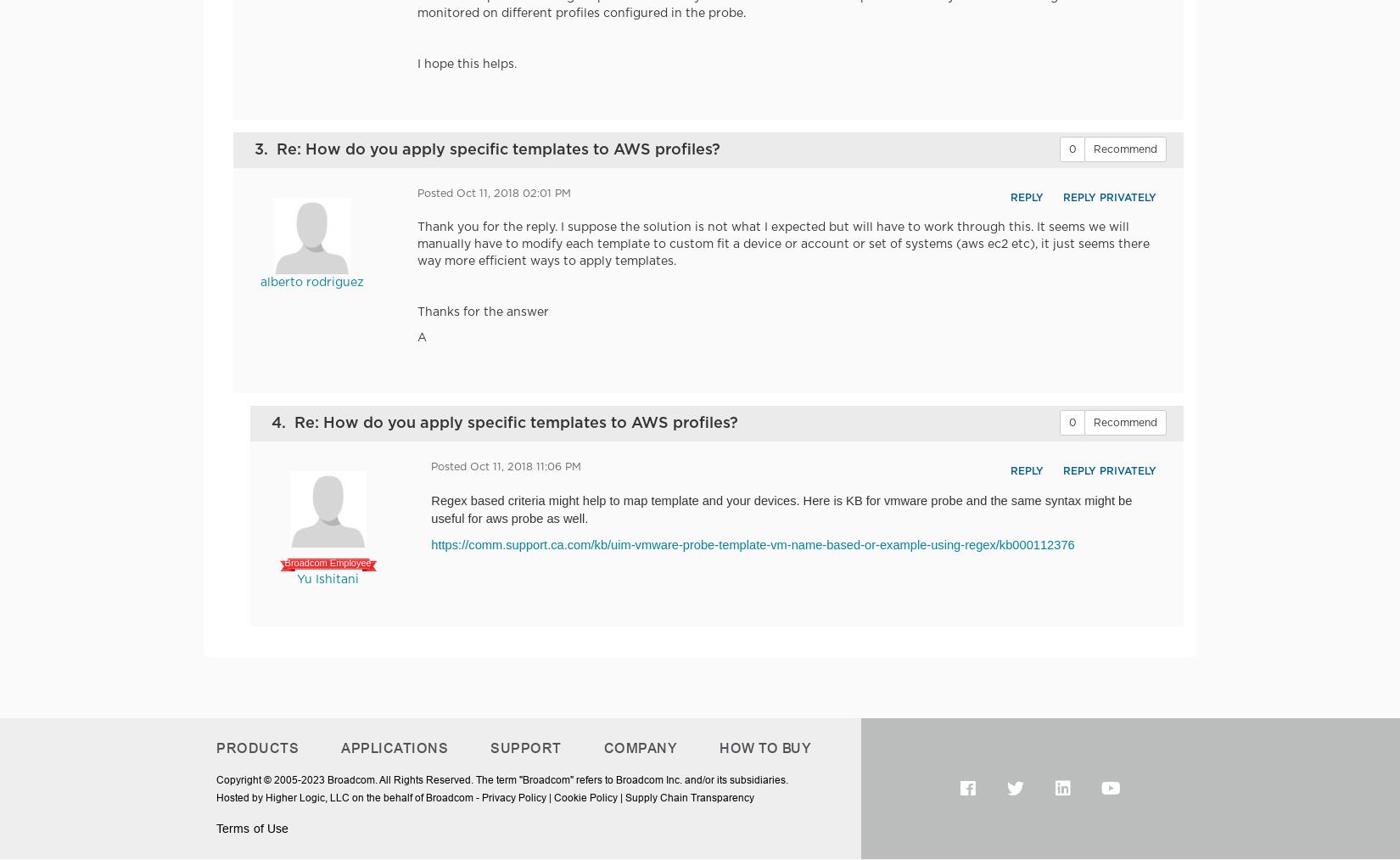 The image size is (1400, 860). I want to click on '4.', so click(283, 421).